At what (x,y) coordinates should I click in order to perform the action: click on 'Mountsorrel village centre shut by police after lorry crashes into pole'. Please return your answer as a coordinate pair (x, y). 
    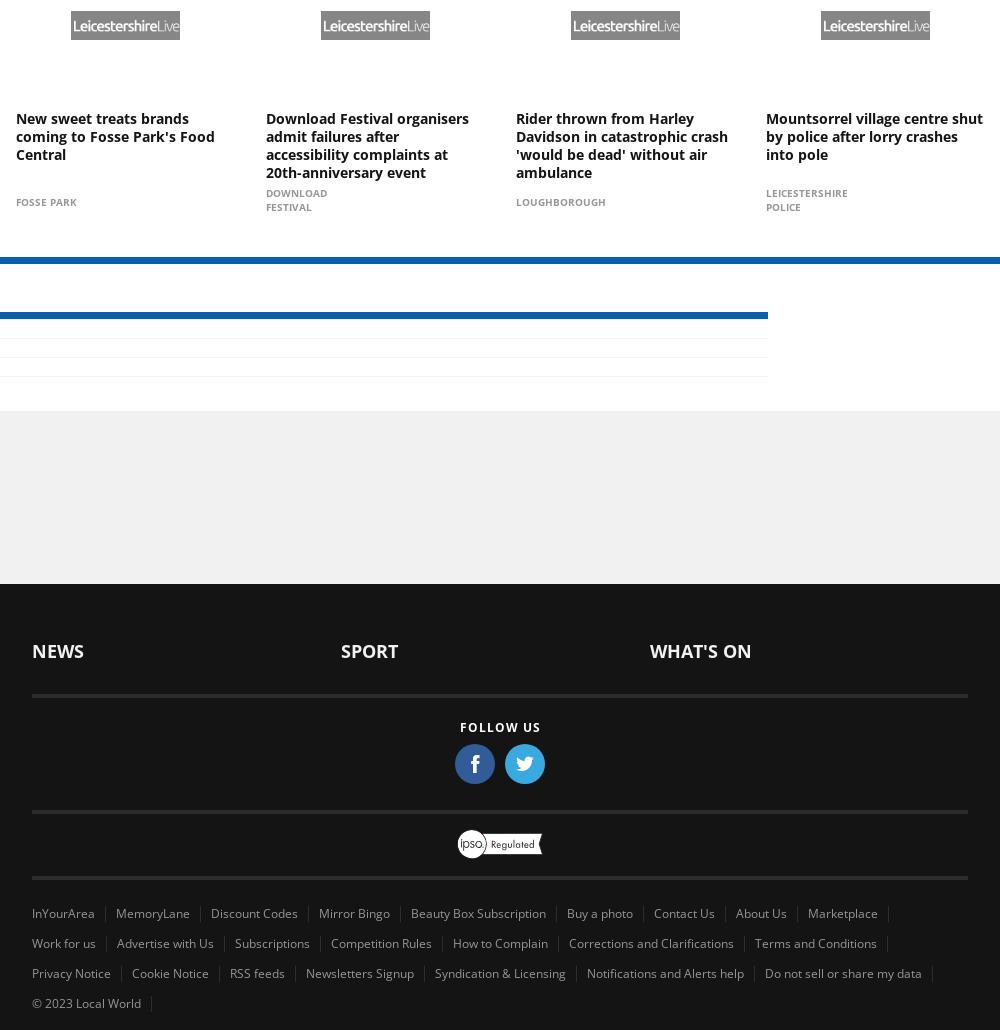
    Looking at the image, I should click on (873, 134).